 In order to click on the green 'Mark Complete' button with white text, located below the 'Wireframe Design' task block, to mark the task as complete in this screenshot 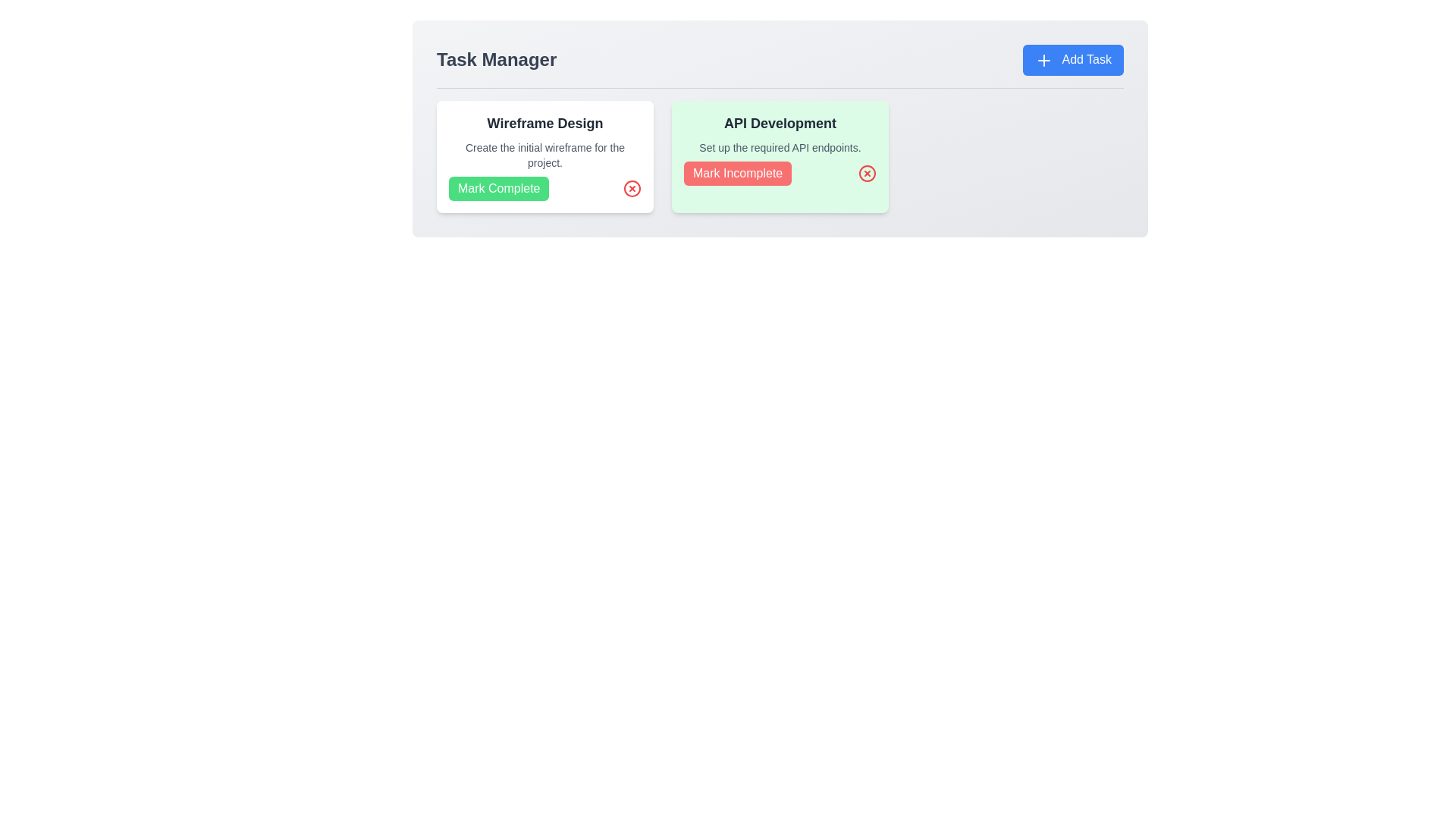, I will do `click(499, 187)`.